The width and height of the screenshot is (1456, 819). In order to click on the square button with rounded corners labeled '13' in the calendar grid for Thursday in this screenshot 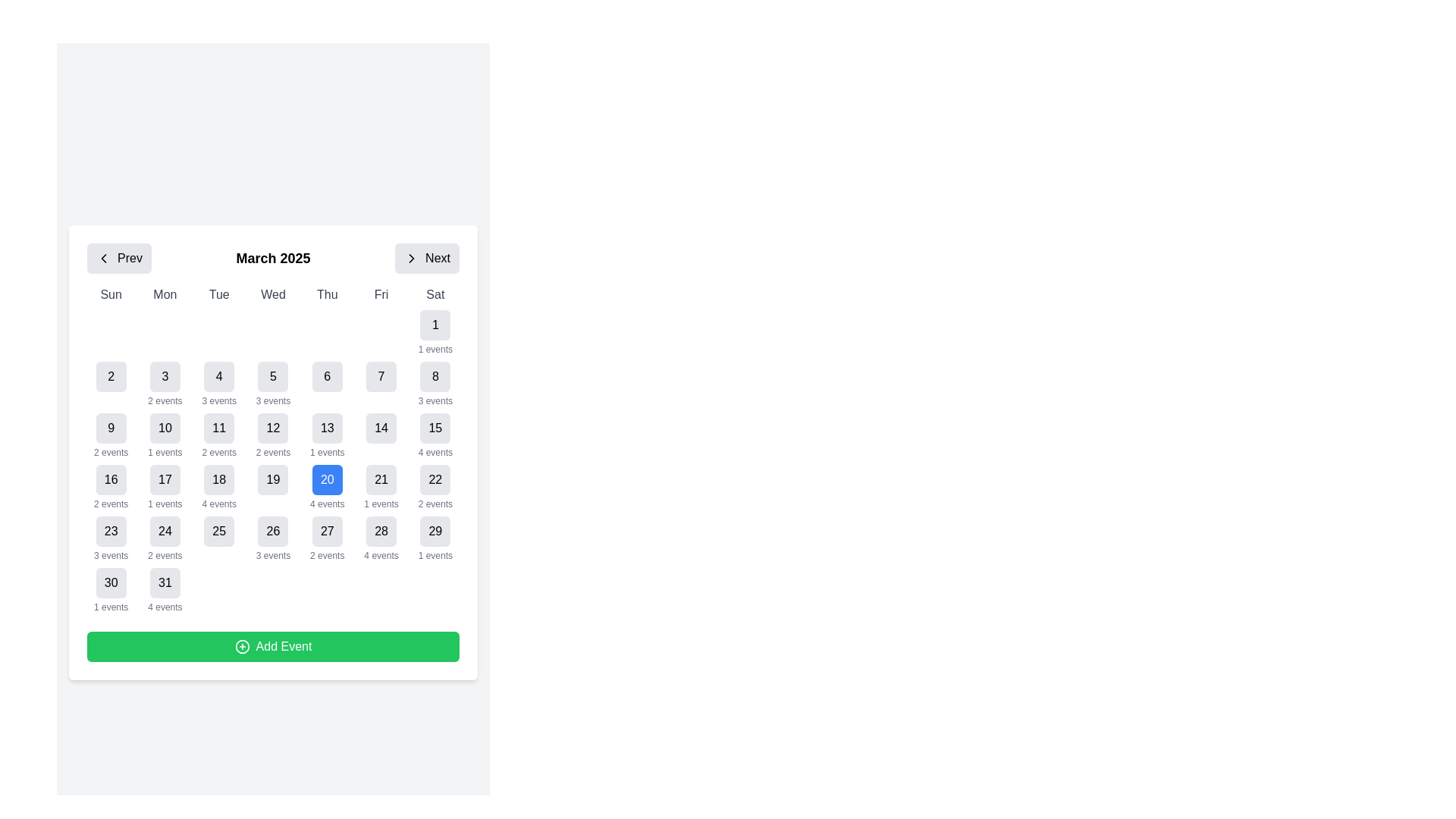, I will do `click(326, 428)`.